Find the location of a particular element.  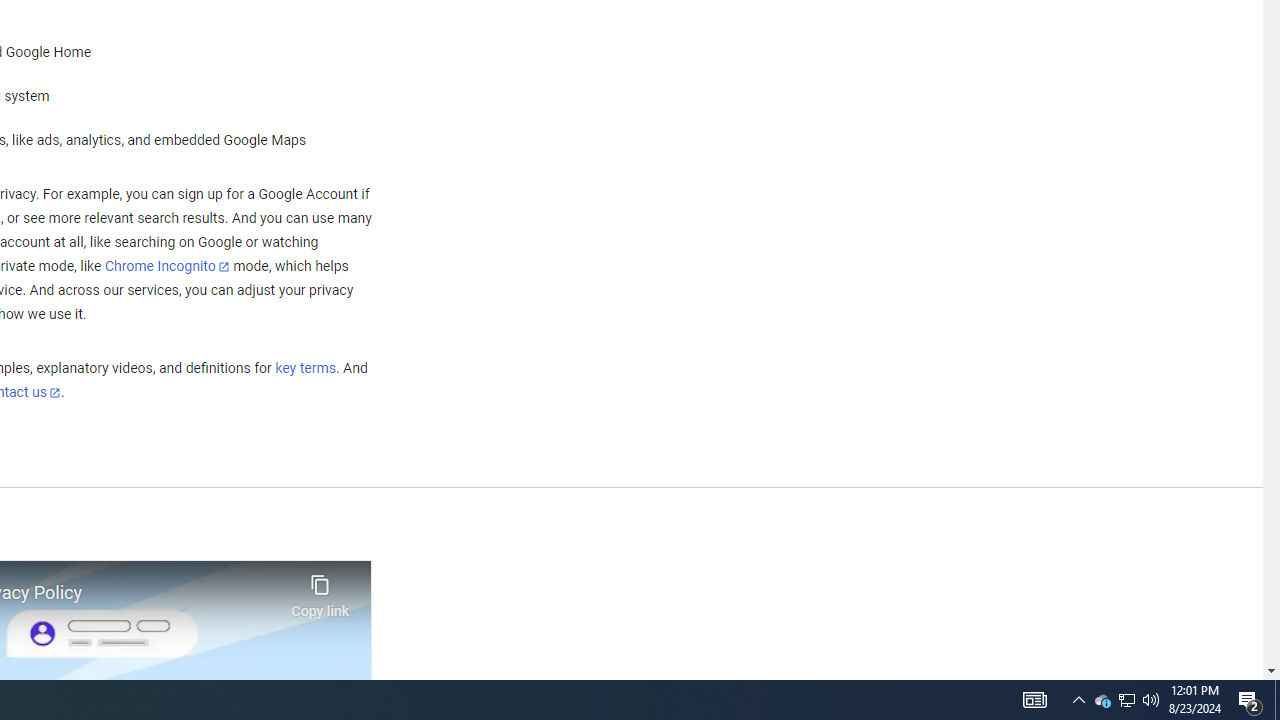

'Copy link' is located at coordinates (320, 590).